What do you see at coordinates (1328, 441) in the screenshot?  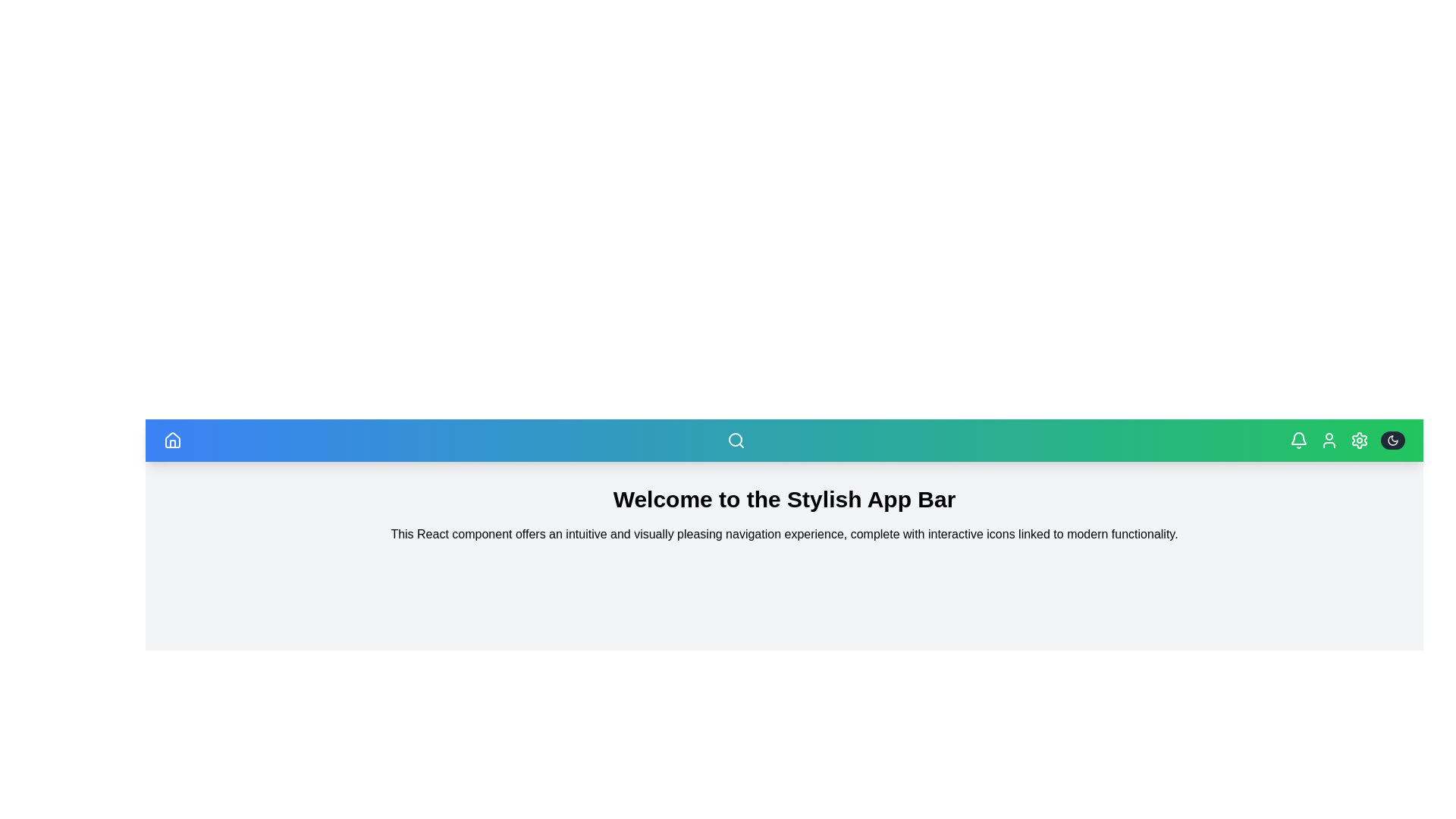 I see `the User icon to view the user profile` at bounding box center [1328, 441].